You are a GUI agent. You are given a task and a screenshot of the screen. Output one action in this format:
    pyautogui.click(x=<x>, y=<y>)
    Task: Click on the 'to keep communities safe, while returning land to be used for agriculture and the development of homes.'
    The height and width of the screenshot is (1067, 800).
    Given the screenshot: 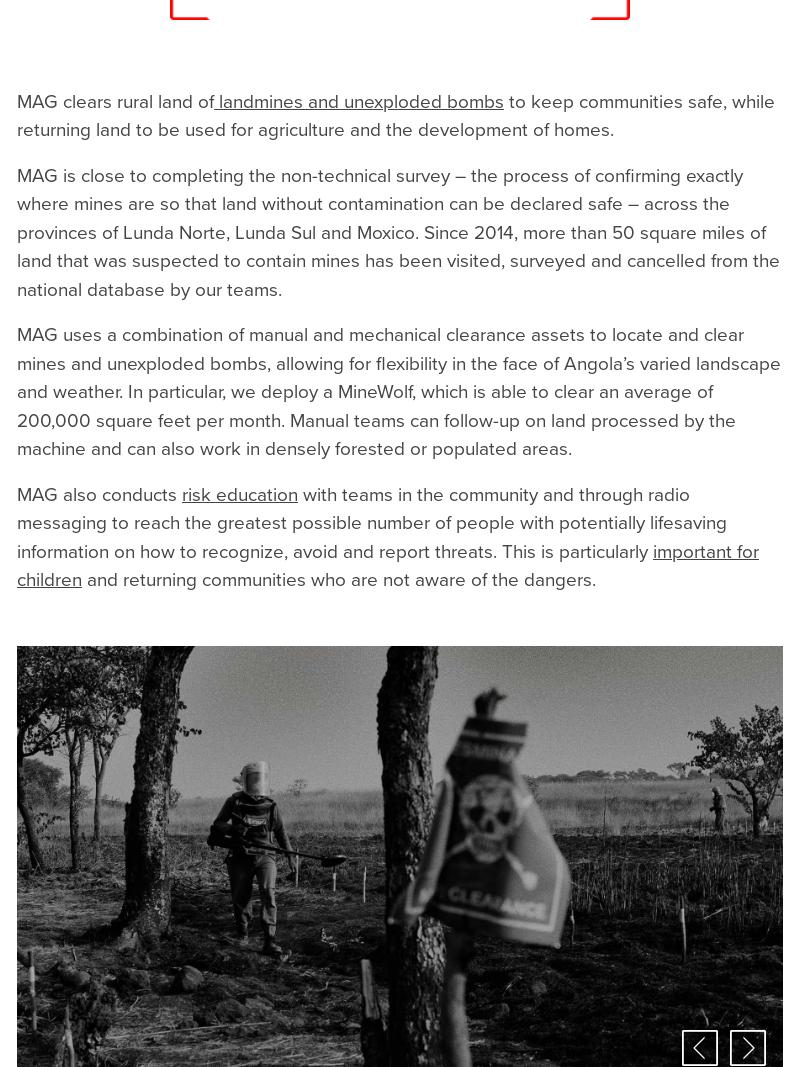 What is the action you would take?
    pyautogui.click(x=395, y=114)
    